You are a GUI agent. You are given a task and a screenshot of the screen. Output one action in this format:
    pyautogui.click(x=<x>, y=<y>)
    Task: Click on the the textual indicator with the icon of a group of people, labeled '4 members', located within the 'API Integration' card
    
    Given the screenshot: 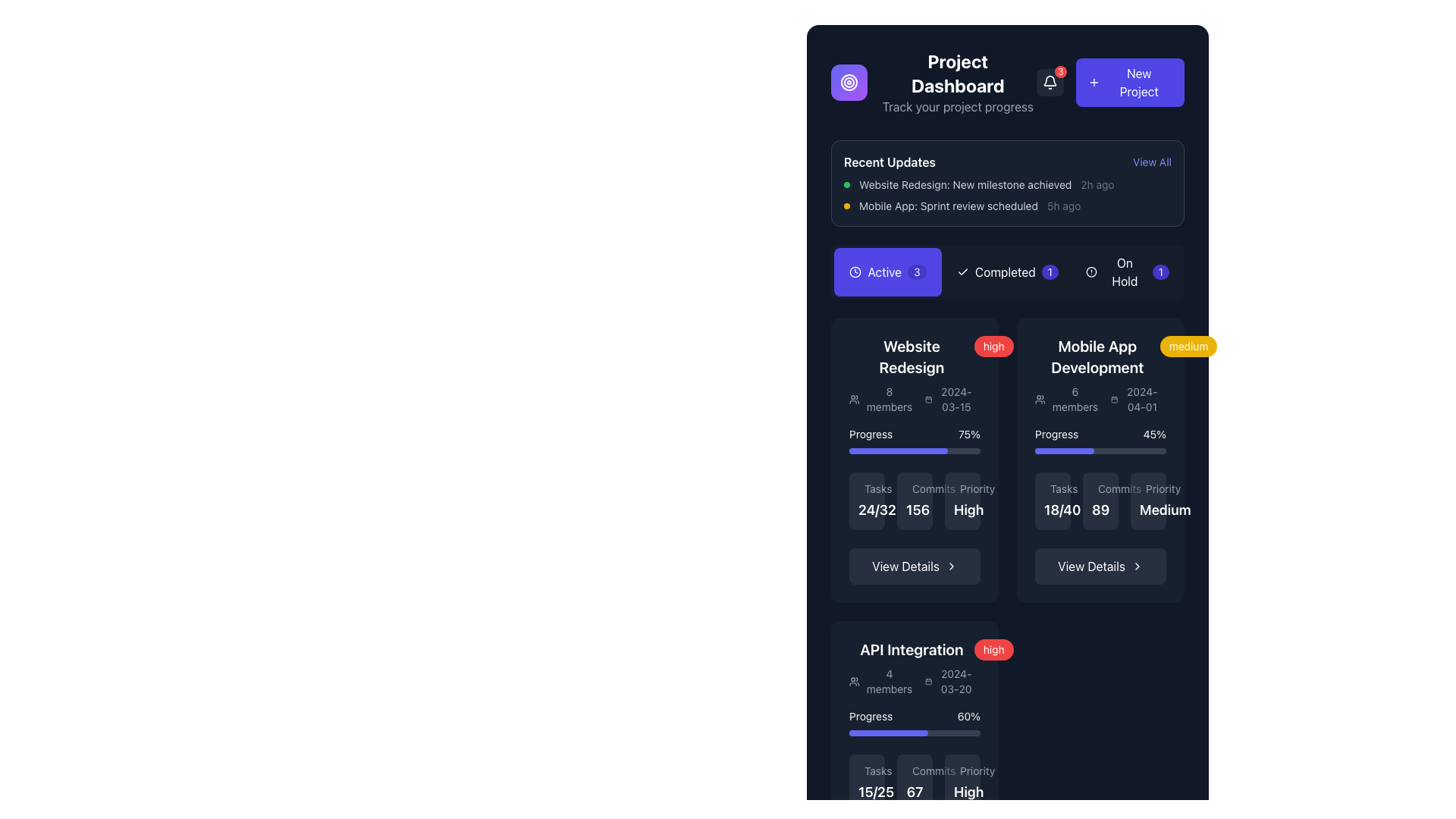 What is the action you would take?
    pyautogui.click(x=881, y=680)
    